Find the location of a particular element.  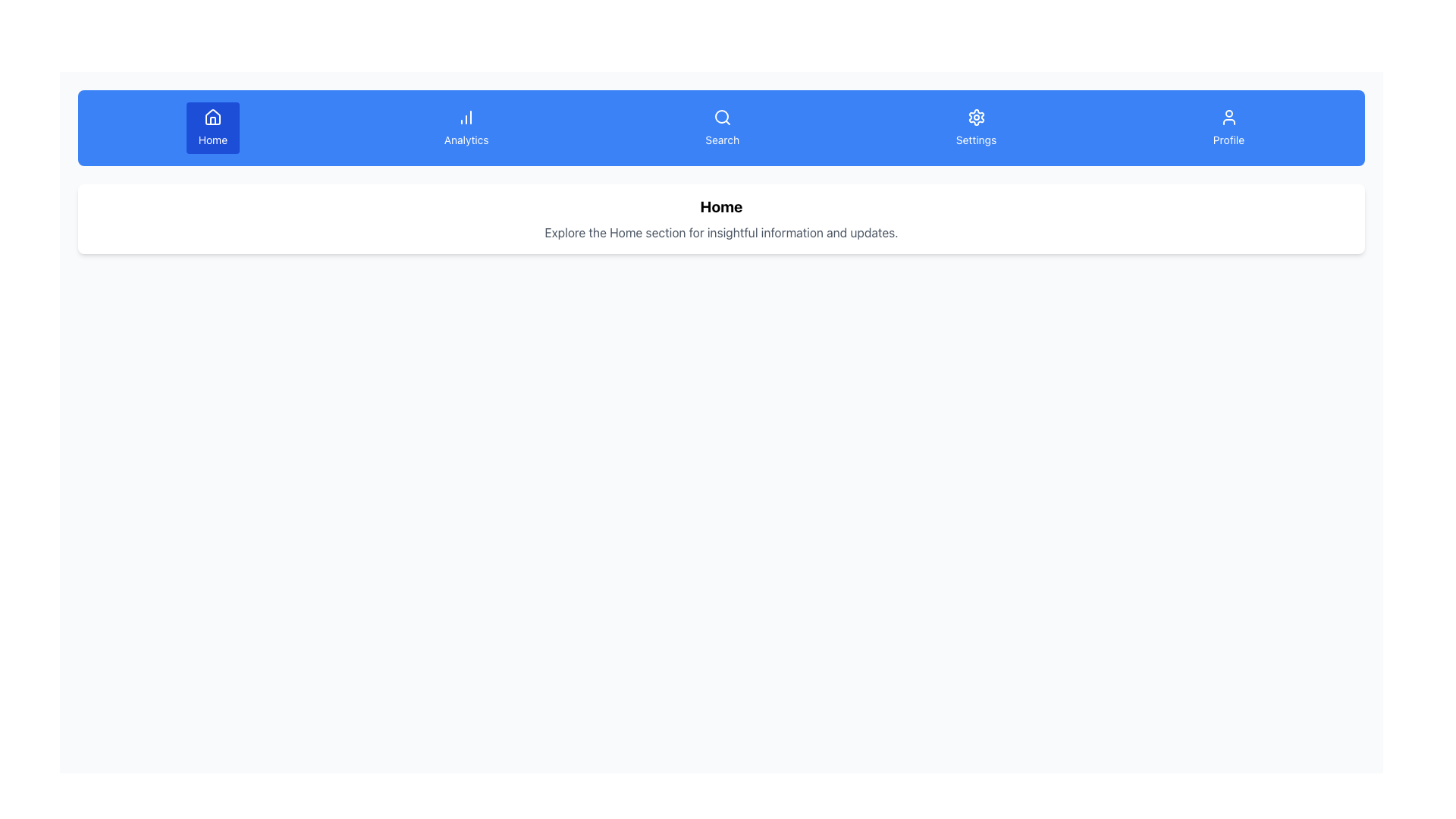

the user profile icon, which is a white silhouette of a person on a circular blue background located in the top-right corner of the navigation bar, preceding the 'Profile' label is located at coordinates (1228, 116).